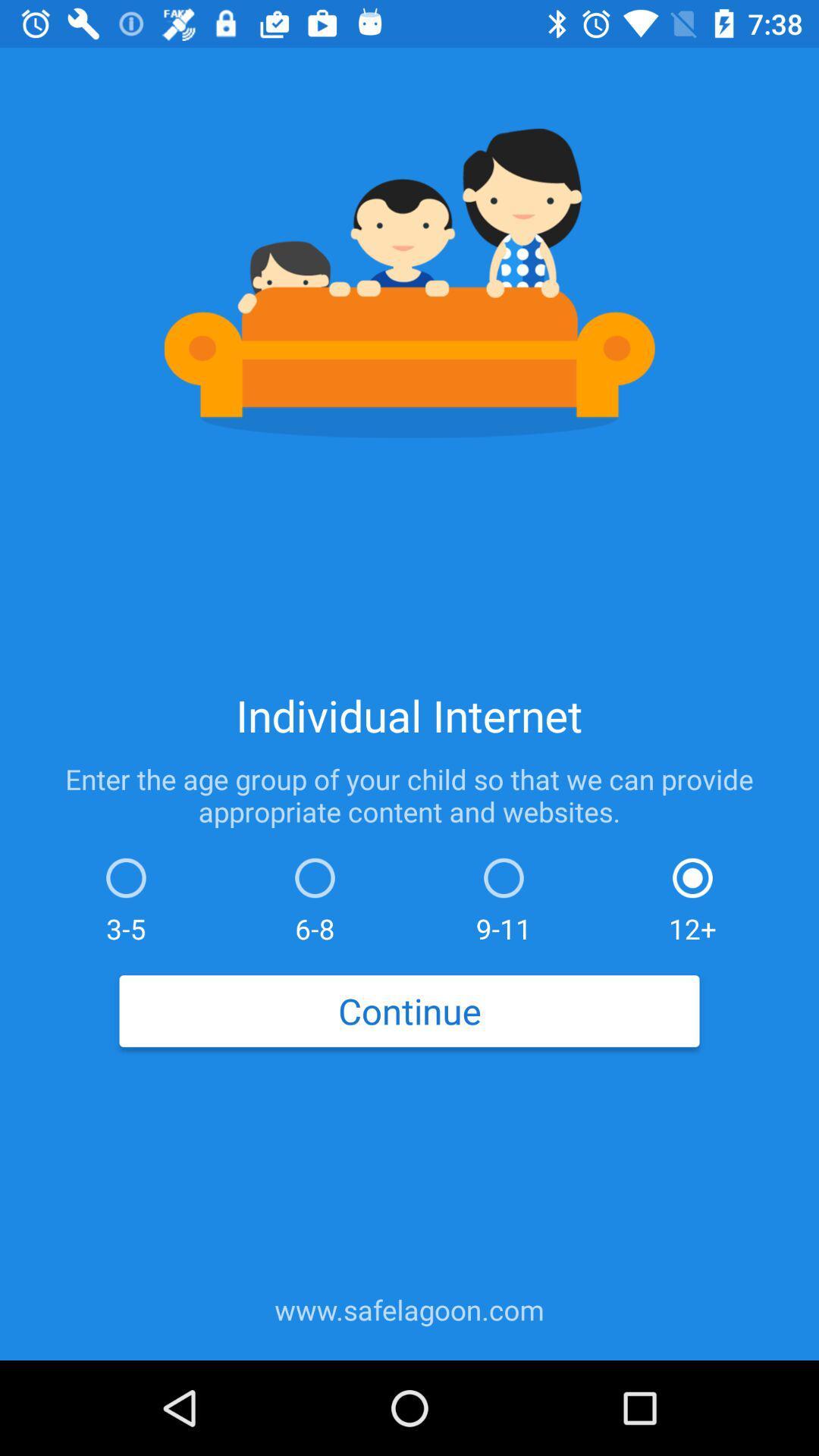 This screenshot has width=819, height=1456. I want to click on the icon next to 9-11, so click(692, 896).